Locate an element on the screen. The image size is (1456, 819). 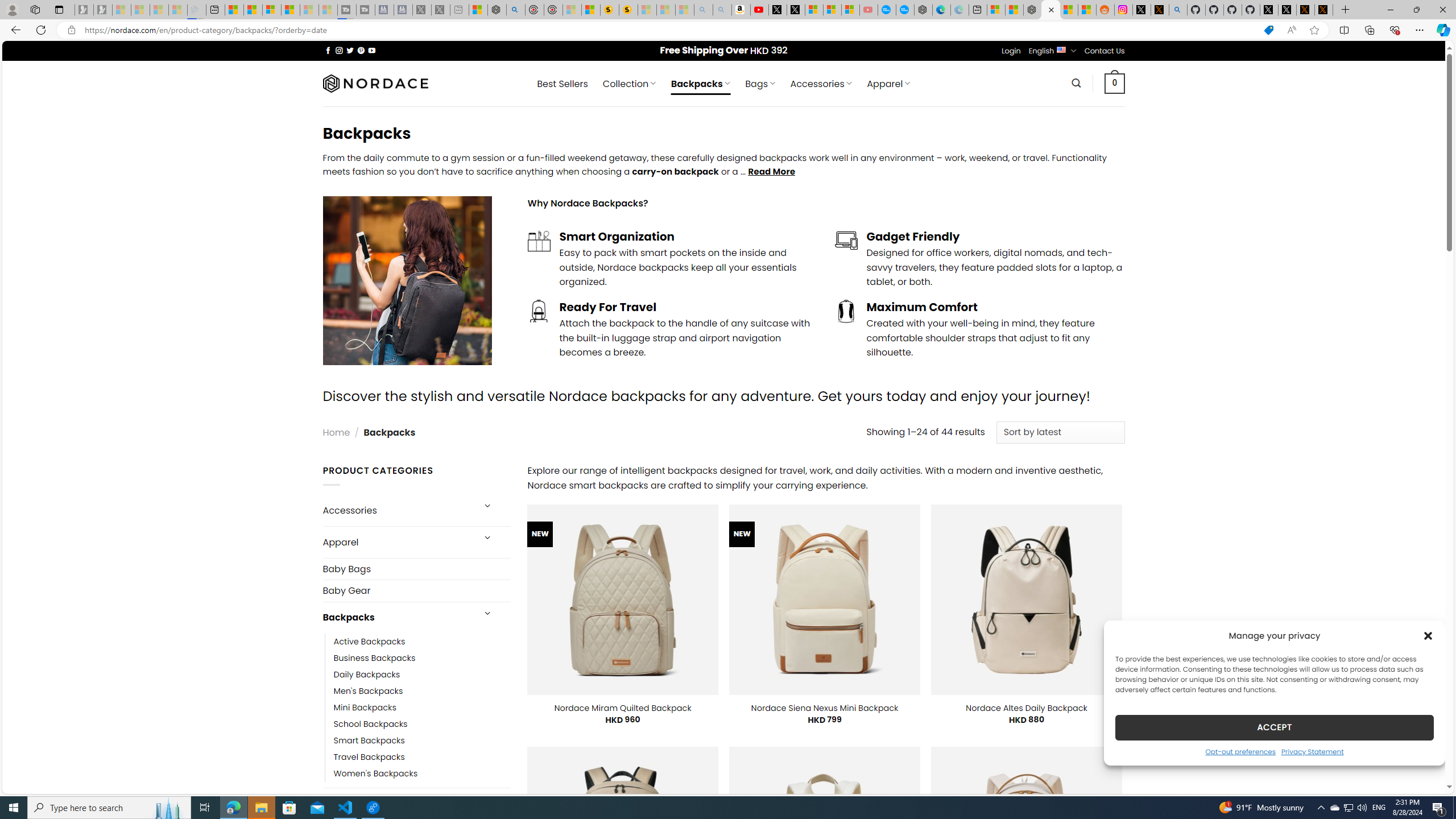
'Nordace - Best Sellers' is located at coordinates (1032, 9).